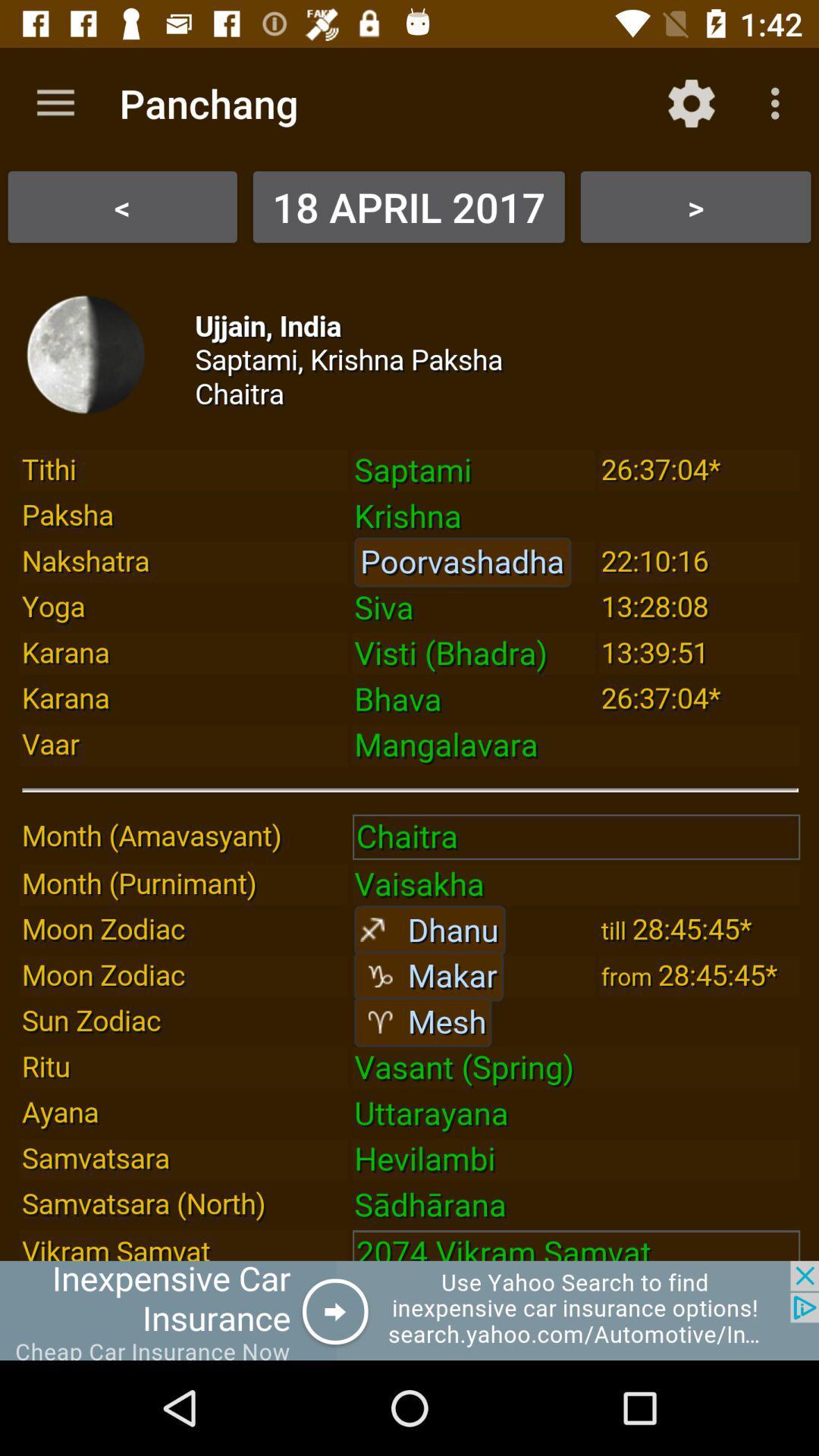  What do you see at coordinates (409, 758) in the screenshot?
I see `wheather page` at bounding box center [409, 758].